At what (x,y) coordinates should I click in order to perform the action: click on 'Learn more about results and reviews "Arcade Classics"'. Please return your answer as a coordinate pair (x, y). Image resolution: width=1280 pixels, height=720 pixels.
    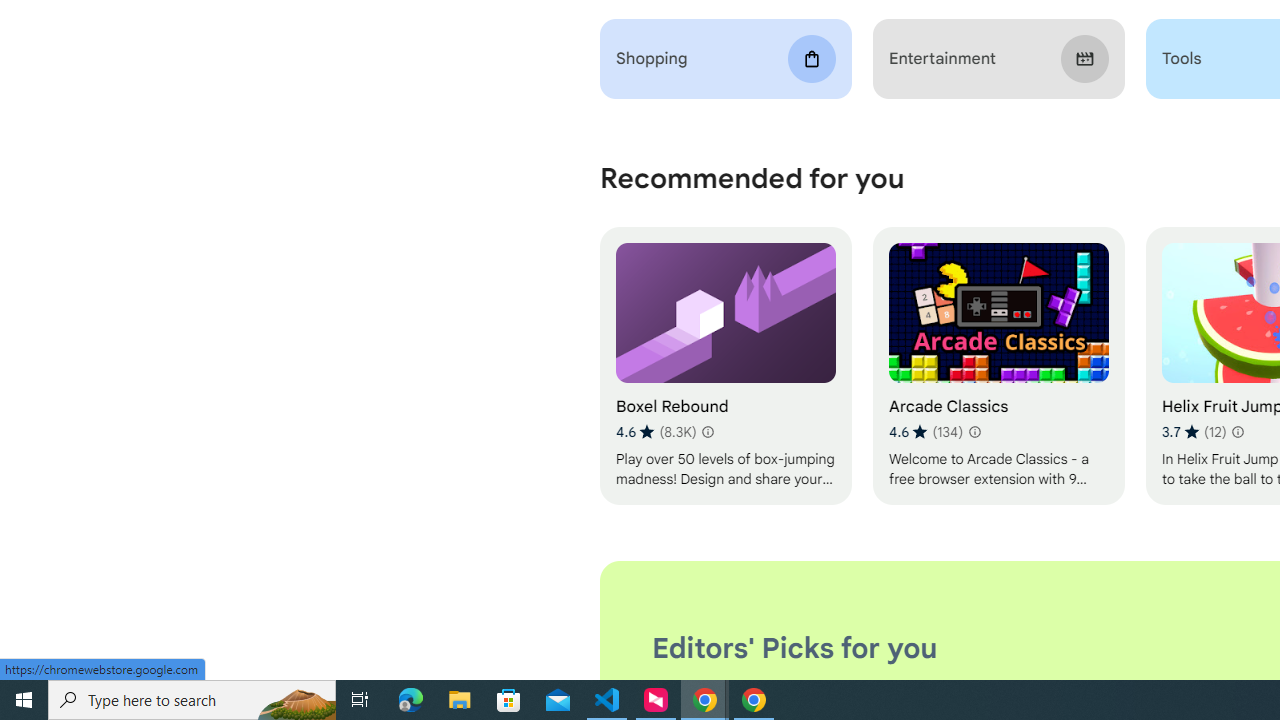
    Looking at the image, I should click on (974, 431).